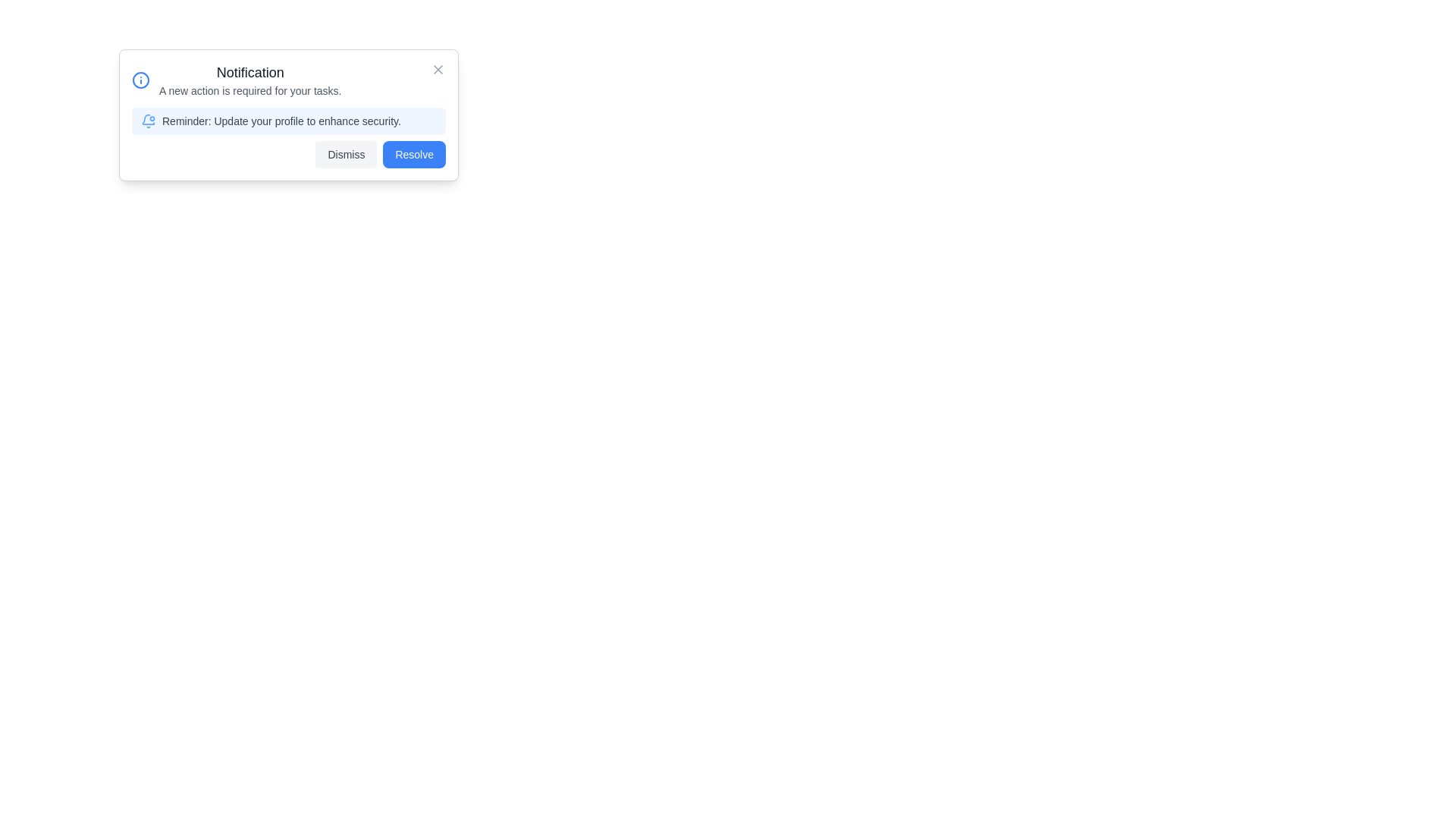 The width and height of the screenshot is (1456, 819). Describe the element at coordinates (437, 70) in the screenshot. I see `the close button represented by an 'X' icon in light gray` at that location.